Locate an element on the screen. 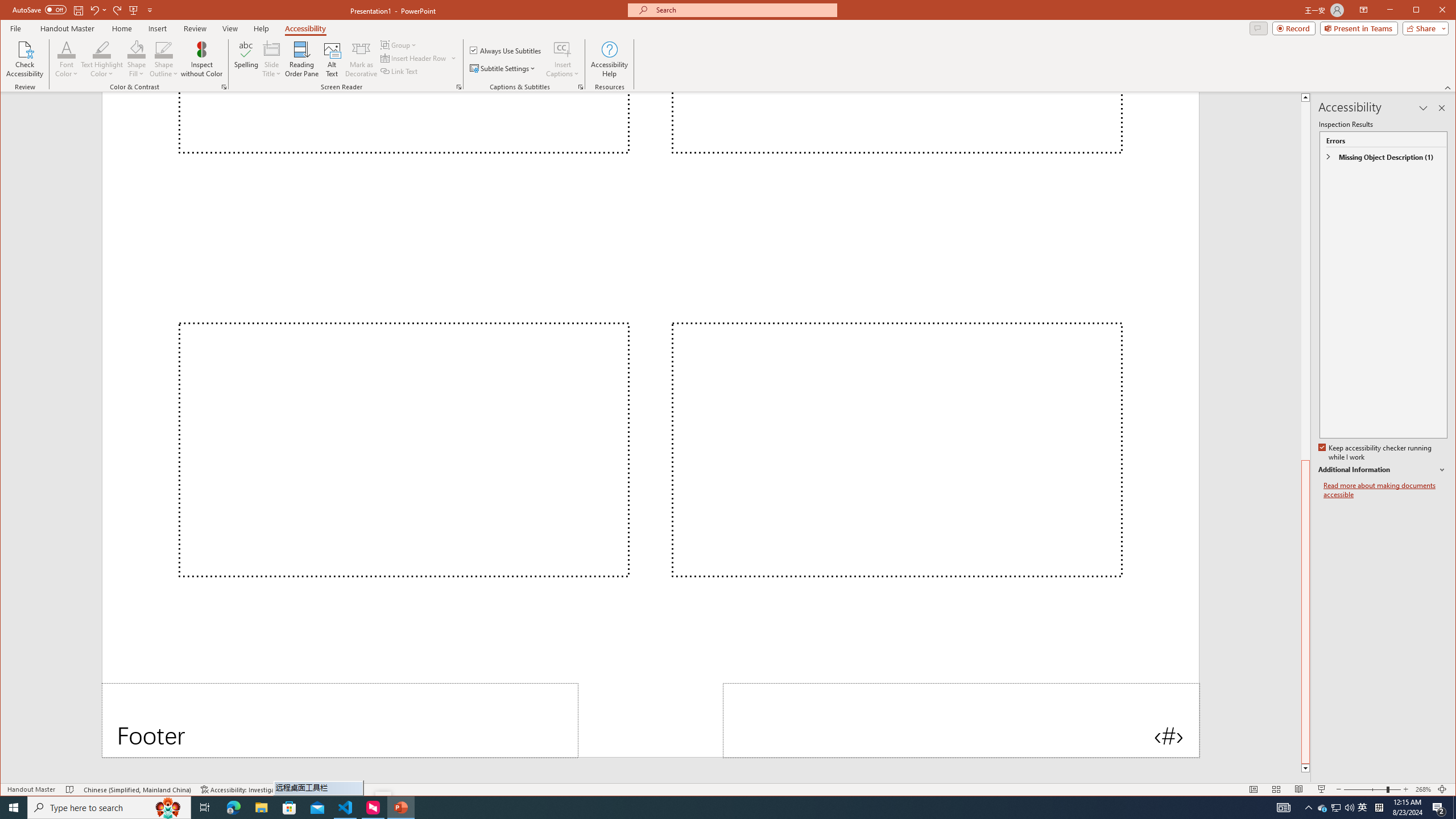  'Maximize' is located at coordinates (1433, 11).